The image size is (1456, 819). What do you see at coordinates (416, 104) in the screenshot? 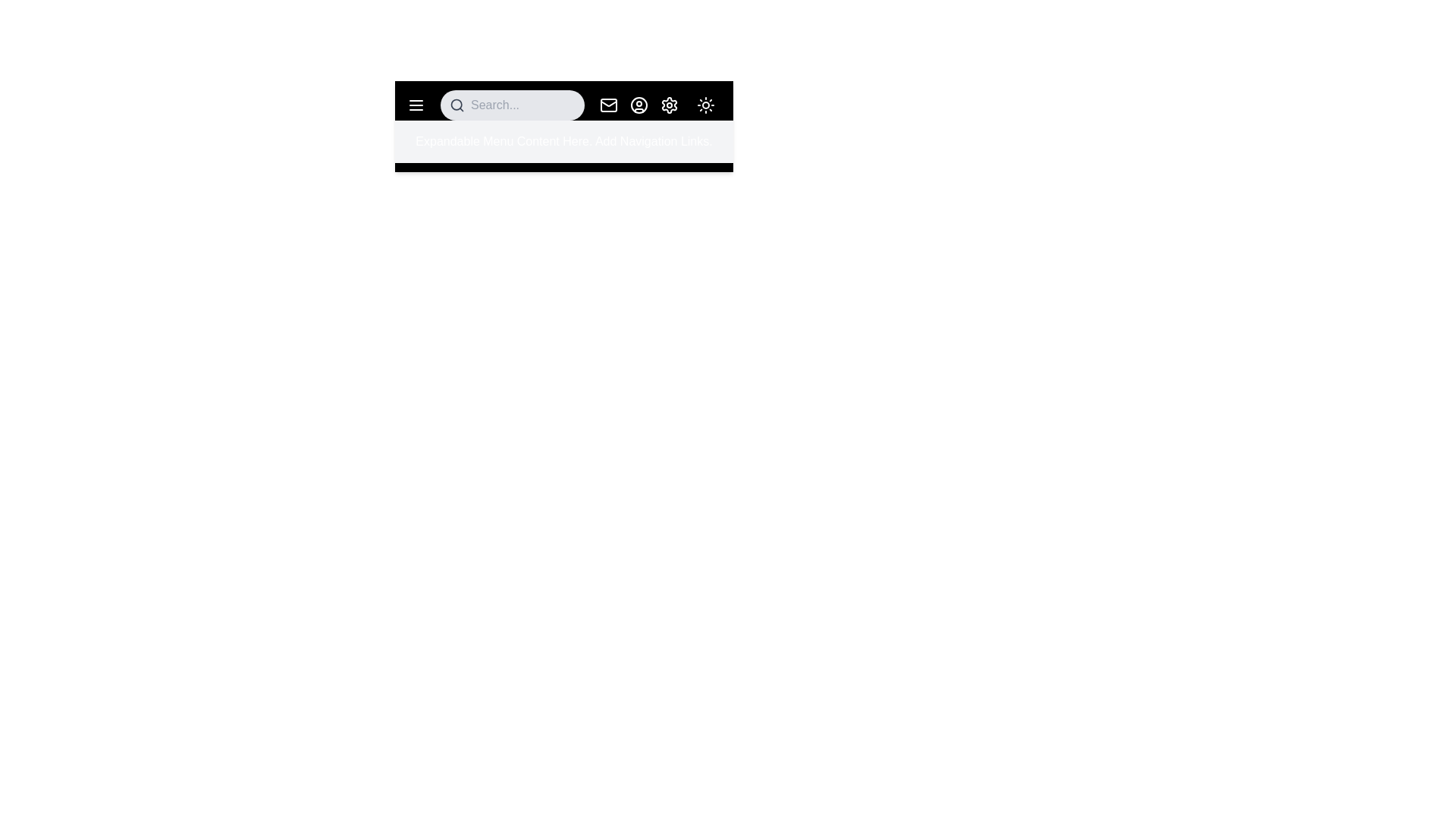
I see `the menu icon to toggle the menu expansion` at bounding box center [416, 104].